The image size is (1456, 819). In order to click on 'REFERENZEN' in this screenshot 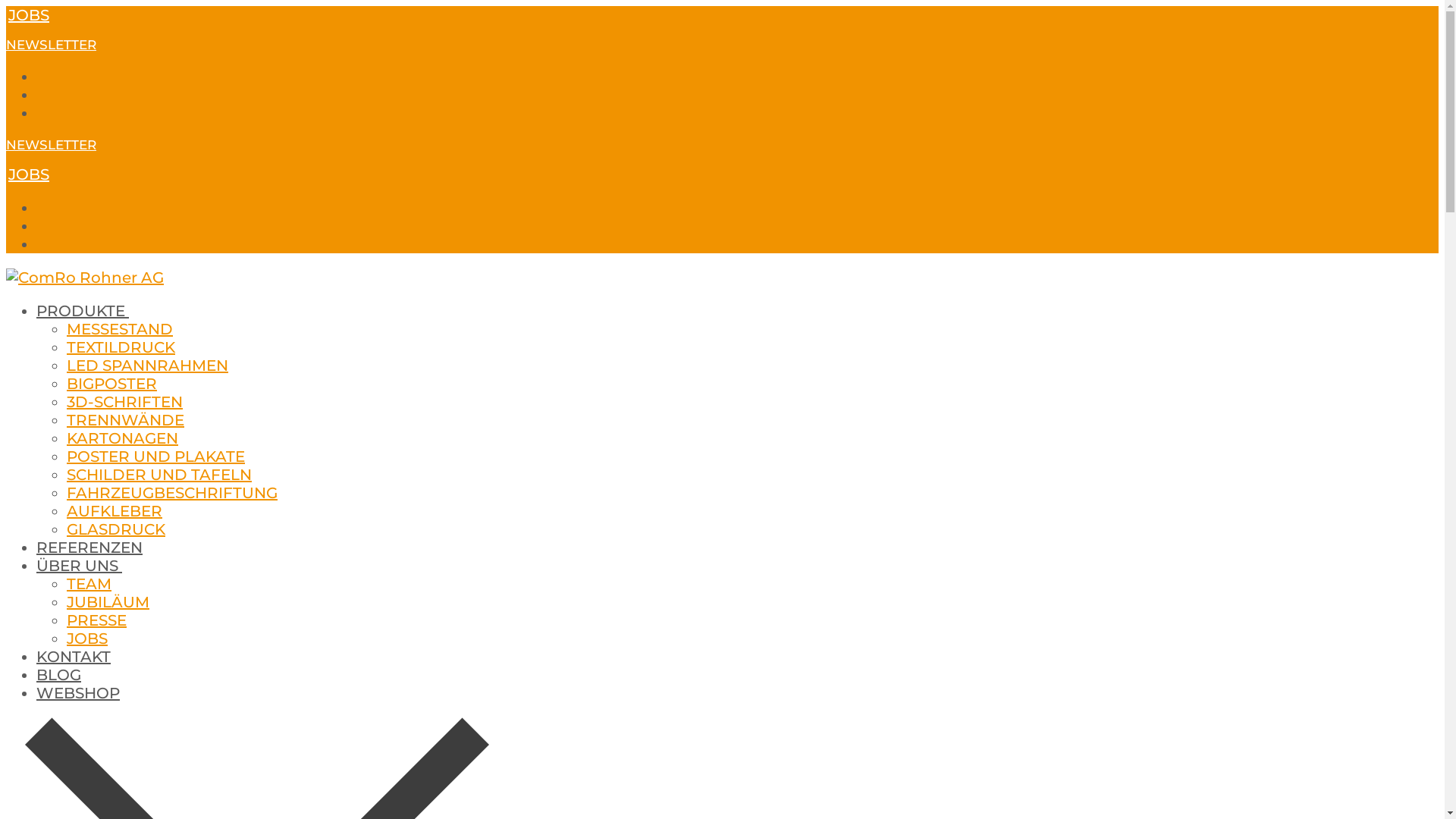, I will do `click(89, 547)`.